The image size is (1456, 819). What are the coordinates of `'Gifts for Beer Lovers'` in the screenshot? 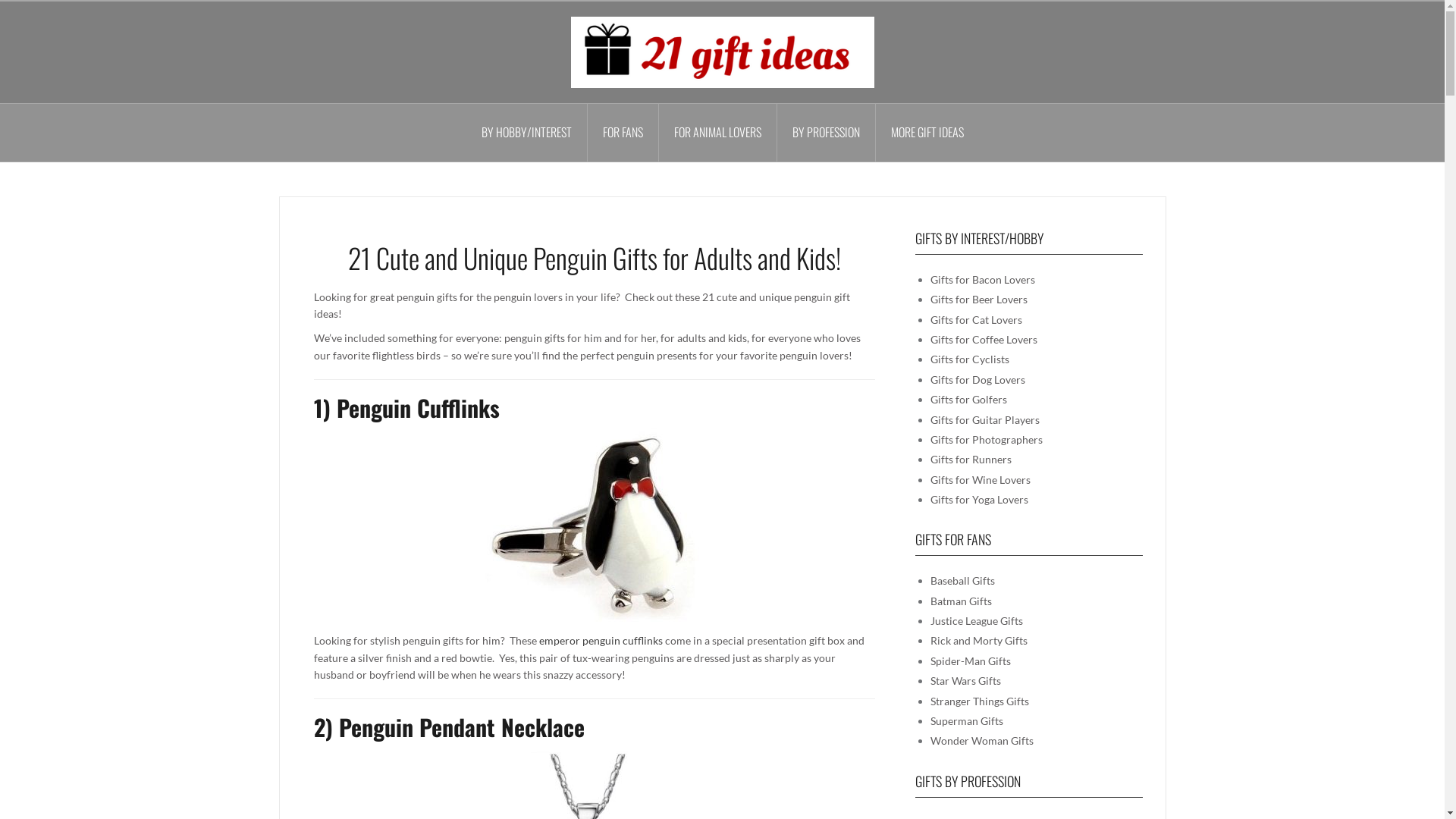 It's located at (928, 299).